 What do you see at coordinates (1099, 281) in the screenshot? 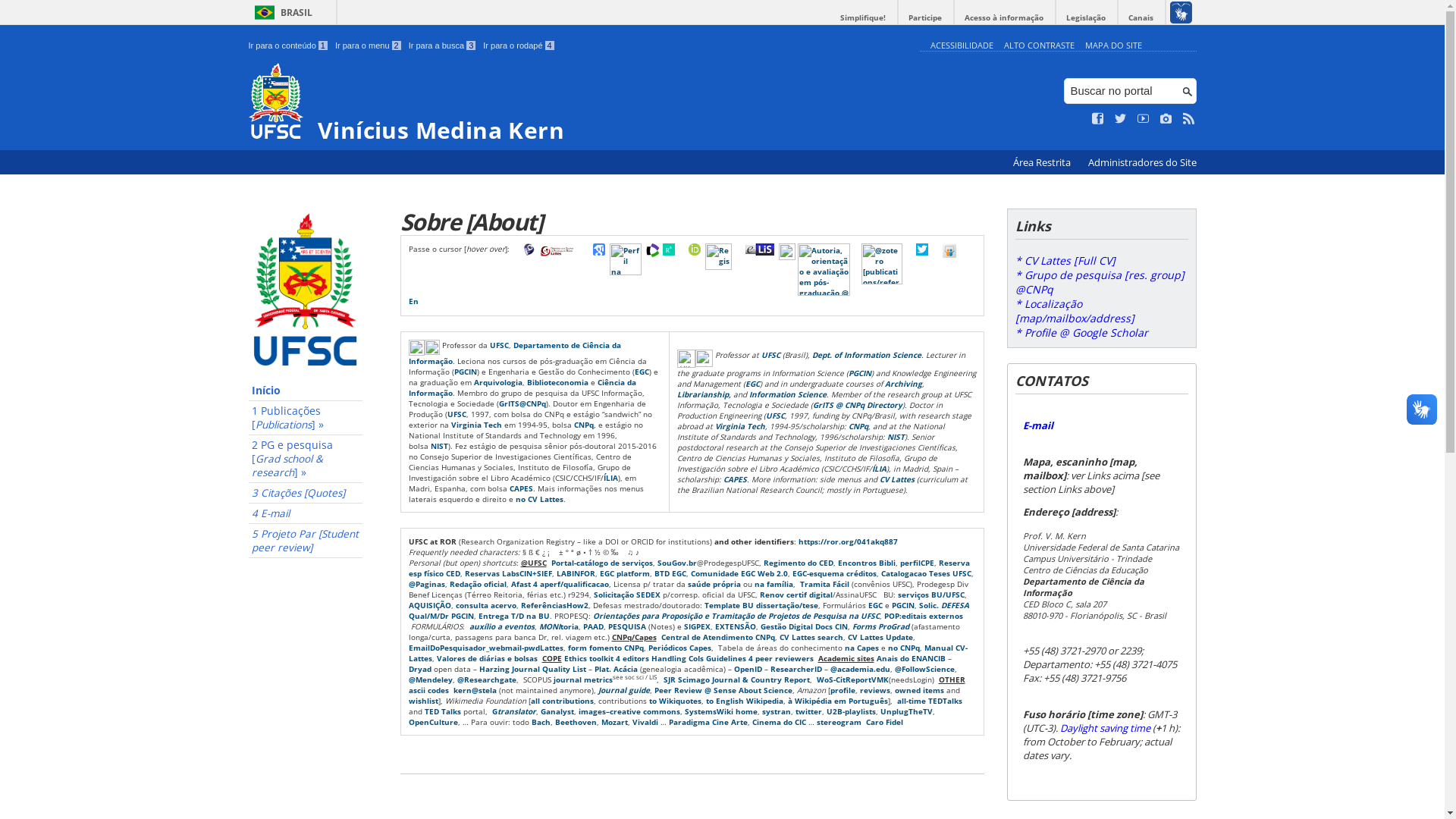
I see `'* Grupo de pesquisa [res. group] @CNPq'` at bounding box center [1099, 281].